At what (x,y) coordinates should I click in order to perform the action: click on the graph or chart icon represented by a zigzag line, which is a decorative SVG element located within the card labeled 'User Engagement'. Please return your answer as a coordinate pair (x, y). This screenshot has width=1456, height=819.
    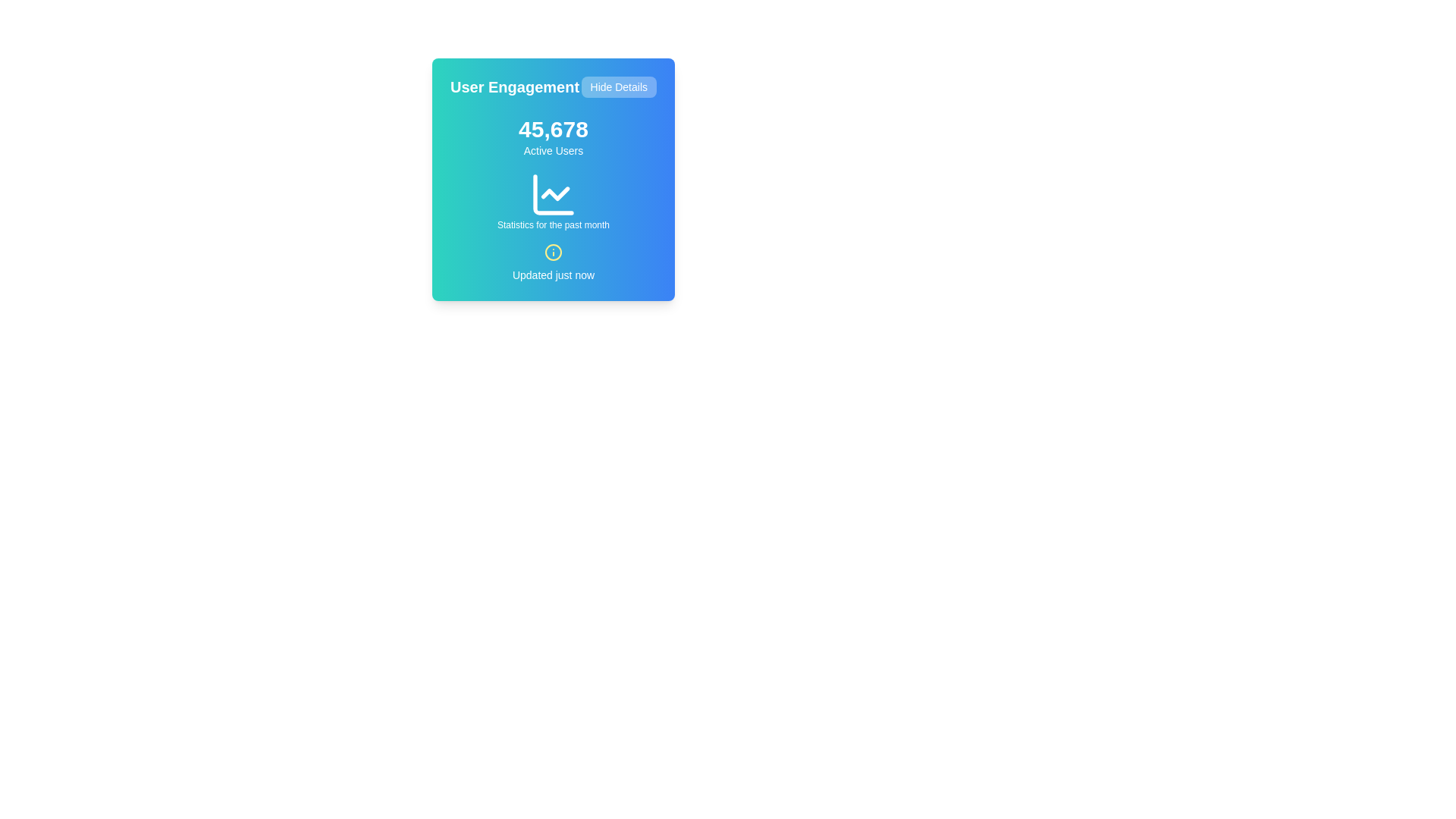
    Looking at the image, I should click on (554, 193).